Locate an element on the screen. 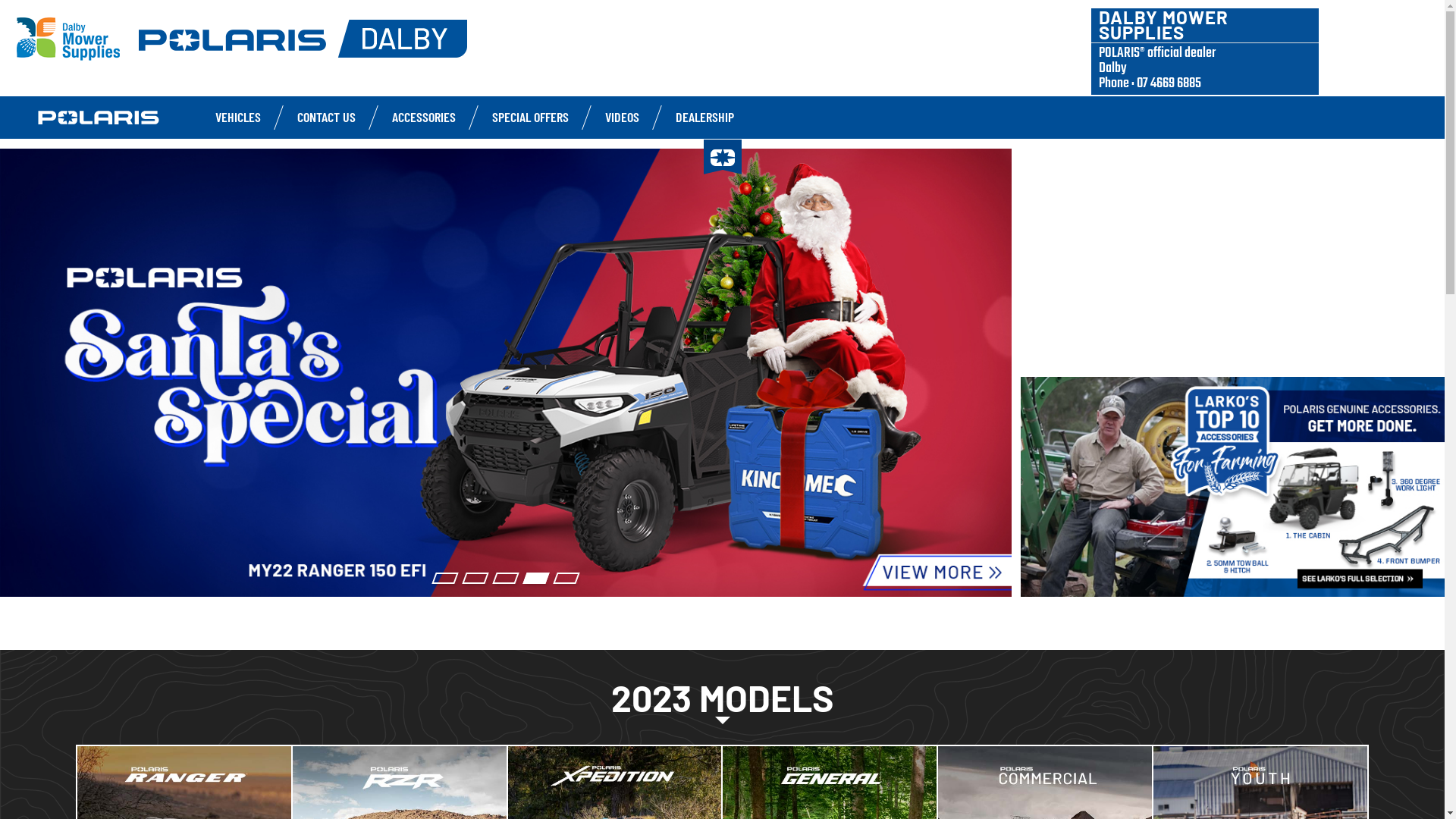 The height and width of the screenshot is (819, 1456). '4' is located at coordinates (535, 578).